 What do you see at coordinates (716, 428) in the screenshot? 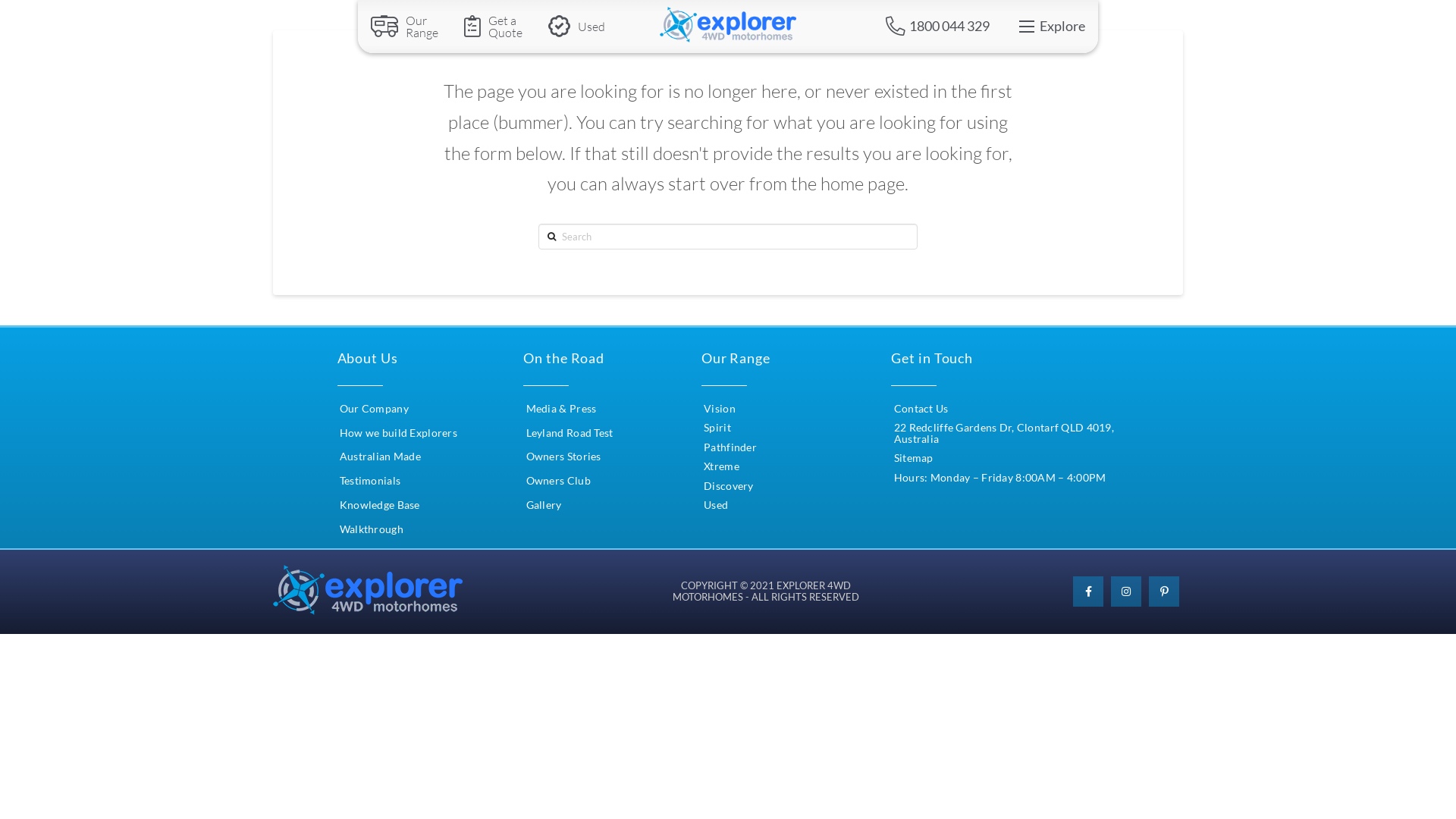
I see `'Spirit'` at bounding box center [716, 428].